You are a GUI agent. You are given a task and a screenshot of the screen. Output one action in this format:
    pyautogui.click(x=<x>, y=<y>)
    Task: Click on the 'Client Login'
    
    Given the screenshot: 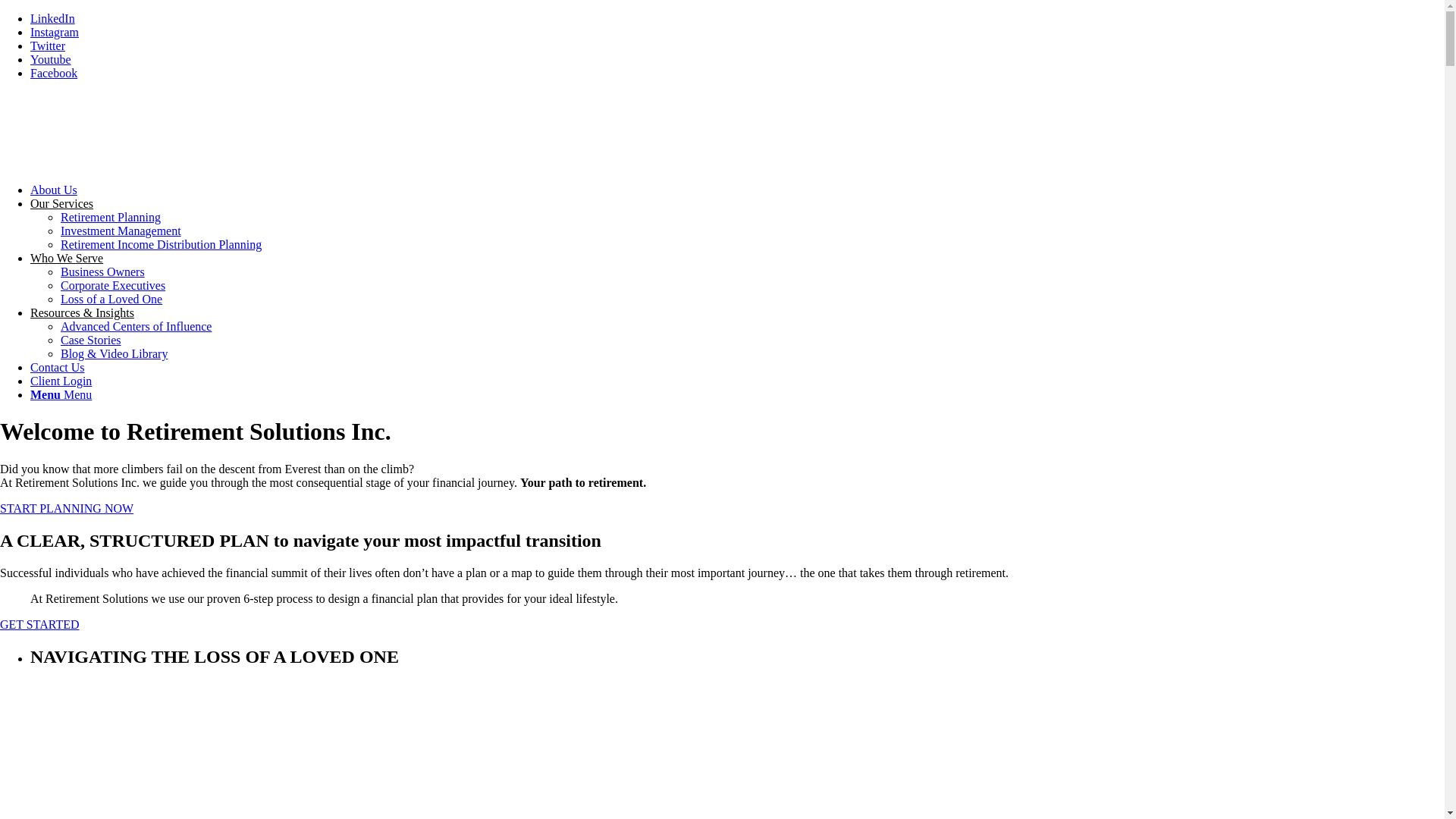 What is the action you would take?
    pyautogui.click(x=61, y=380)
    